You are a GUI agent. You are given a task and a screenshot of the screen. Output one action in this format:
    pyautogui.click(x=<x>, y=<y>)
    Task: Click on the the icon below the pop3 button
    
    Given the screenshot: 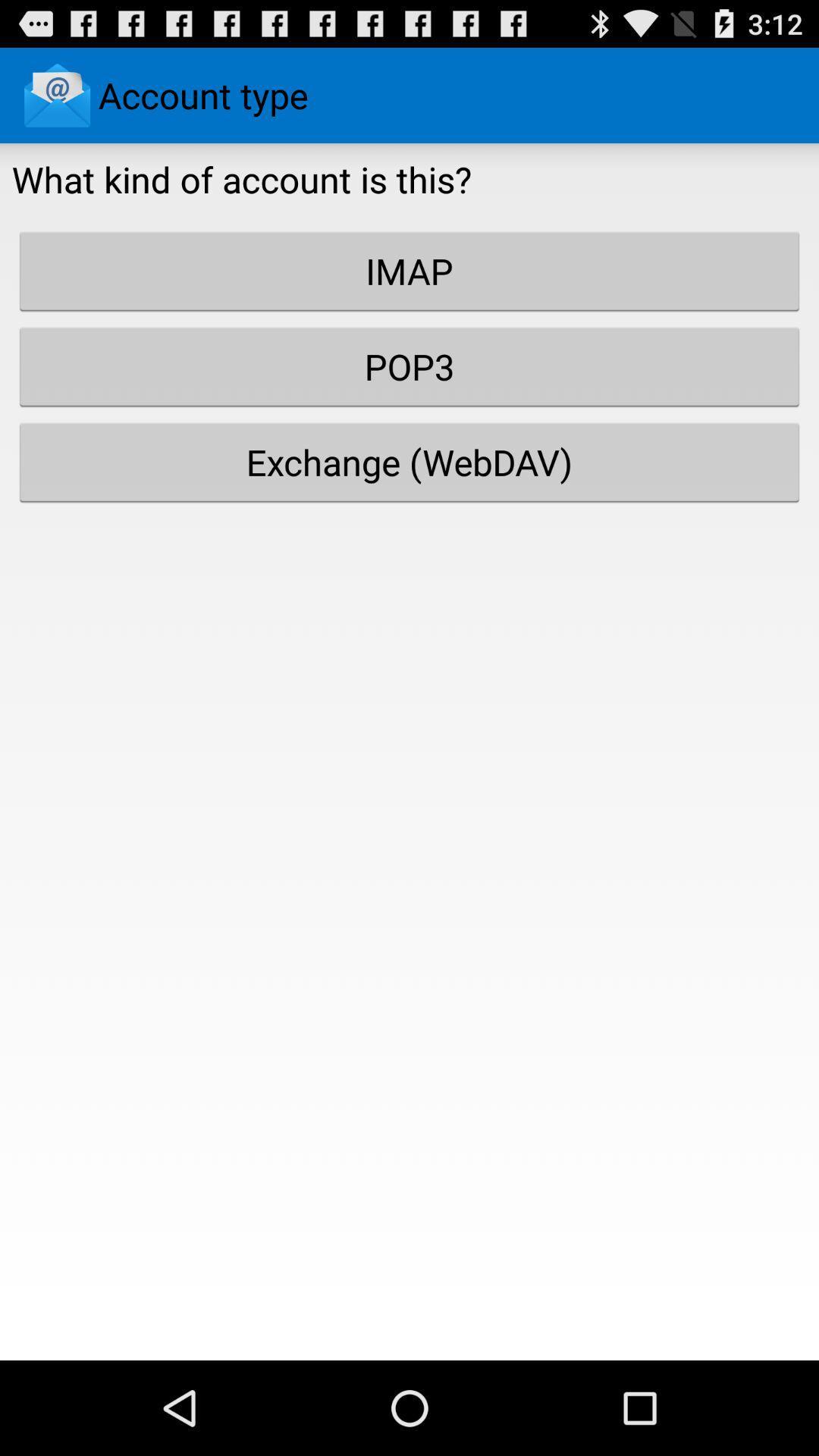 What is the action you would take?
    pyautogui.click(x=409, y=461)
    